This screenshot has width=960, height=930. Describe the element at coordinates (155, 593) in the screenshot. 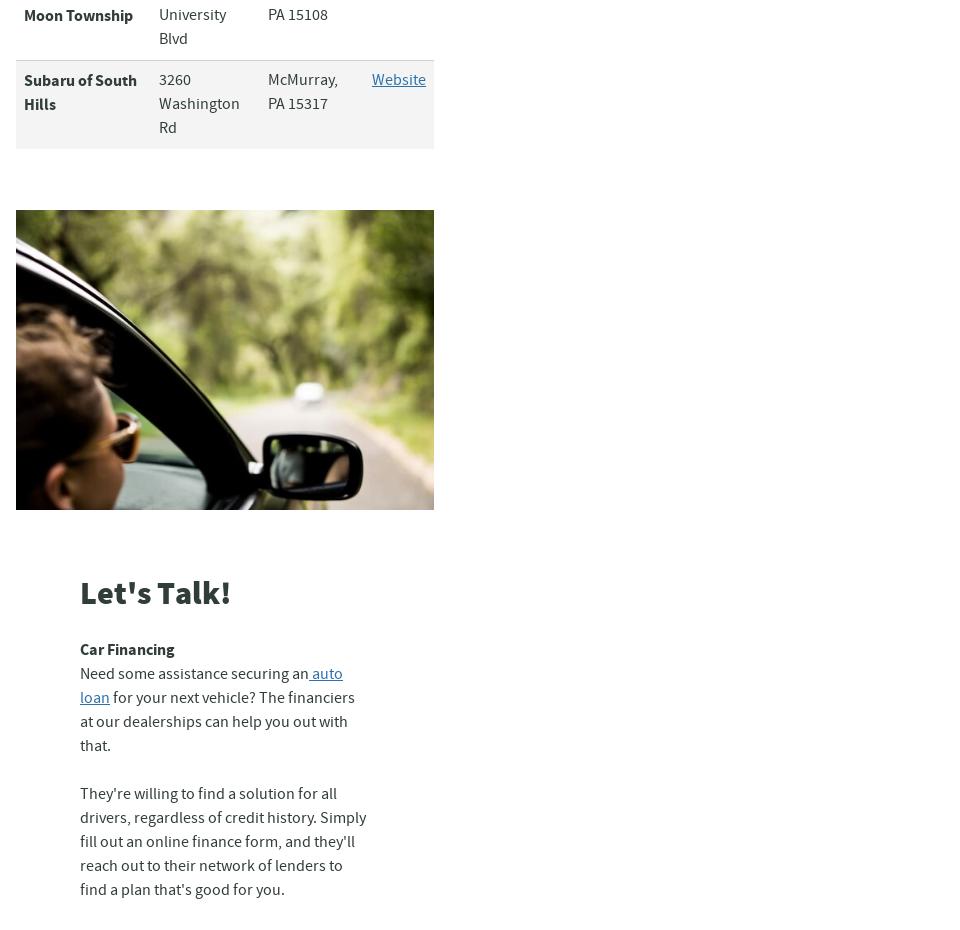

I see `'Let's Talk!'` at that location.